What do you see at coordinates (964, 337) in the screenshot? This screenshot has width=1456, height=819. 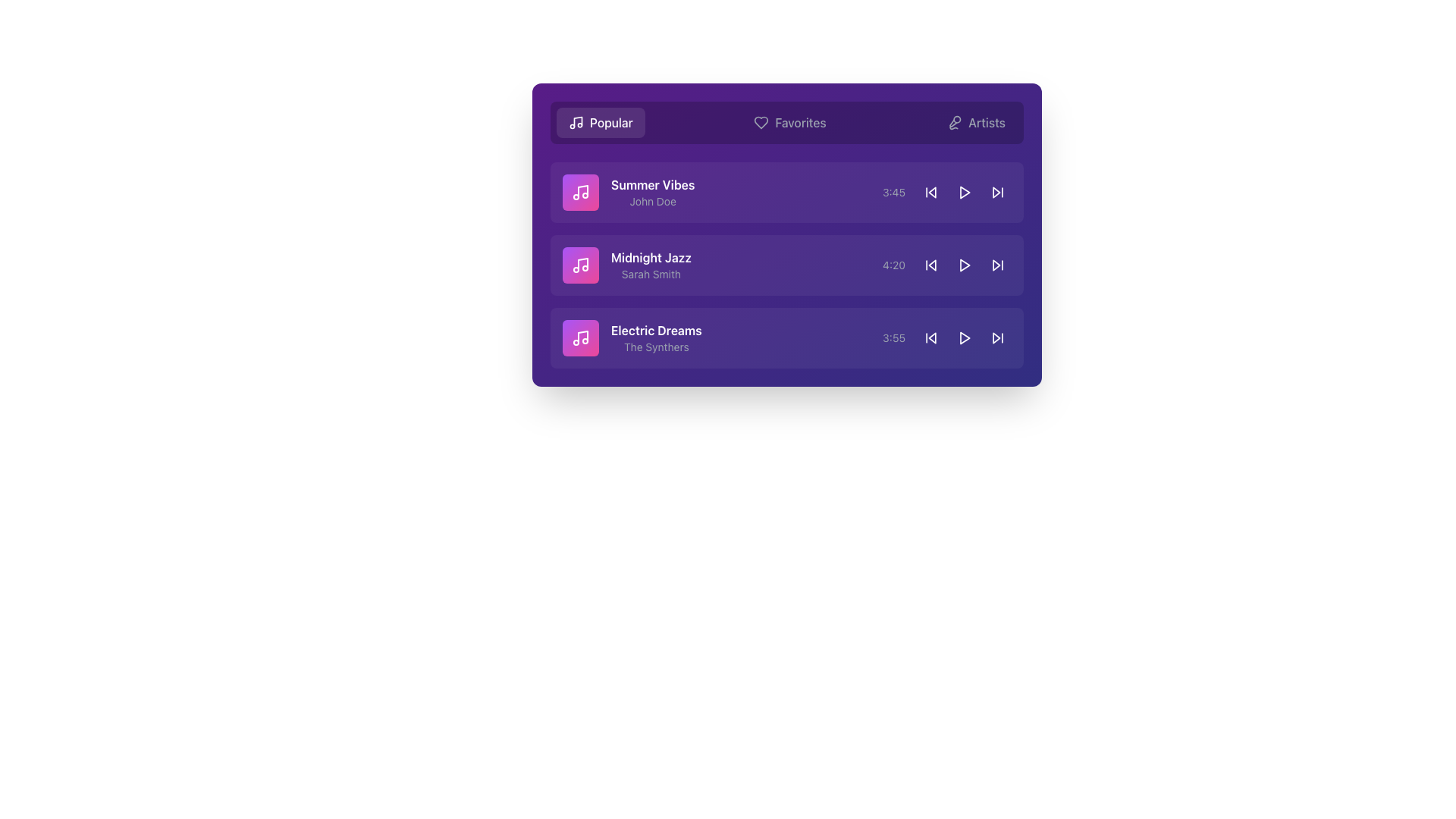 I see `the play button for the 'Electric Dreams' audio track, which is the second button in a horizontal set of three buttons aligned towards the right end of the row` at bounding box center [964, 337].